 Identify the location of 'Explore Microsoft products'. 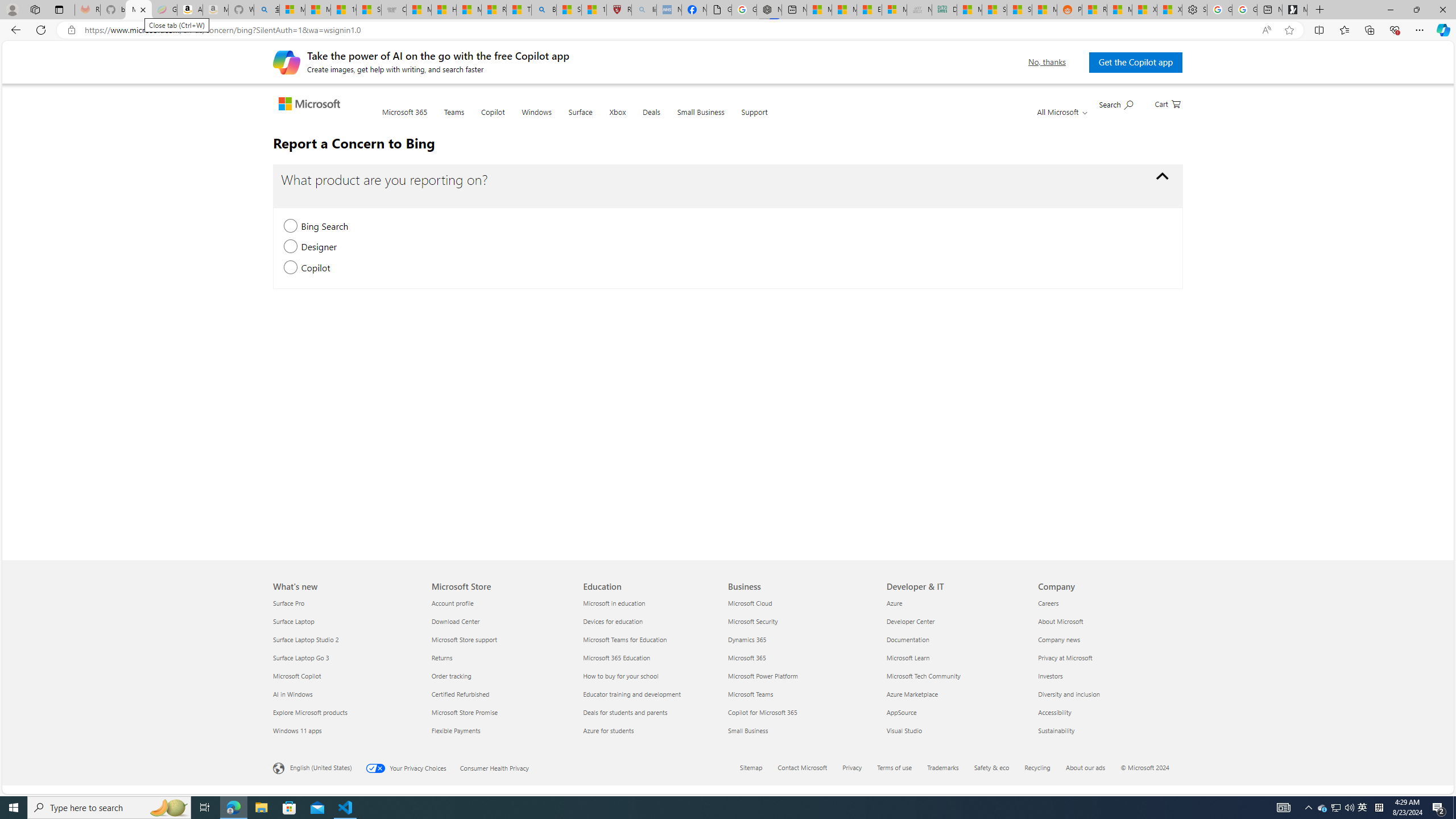
(345, 712).